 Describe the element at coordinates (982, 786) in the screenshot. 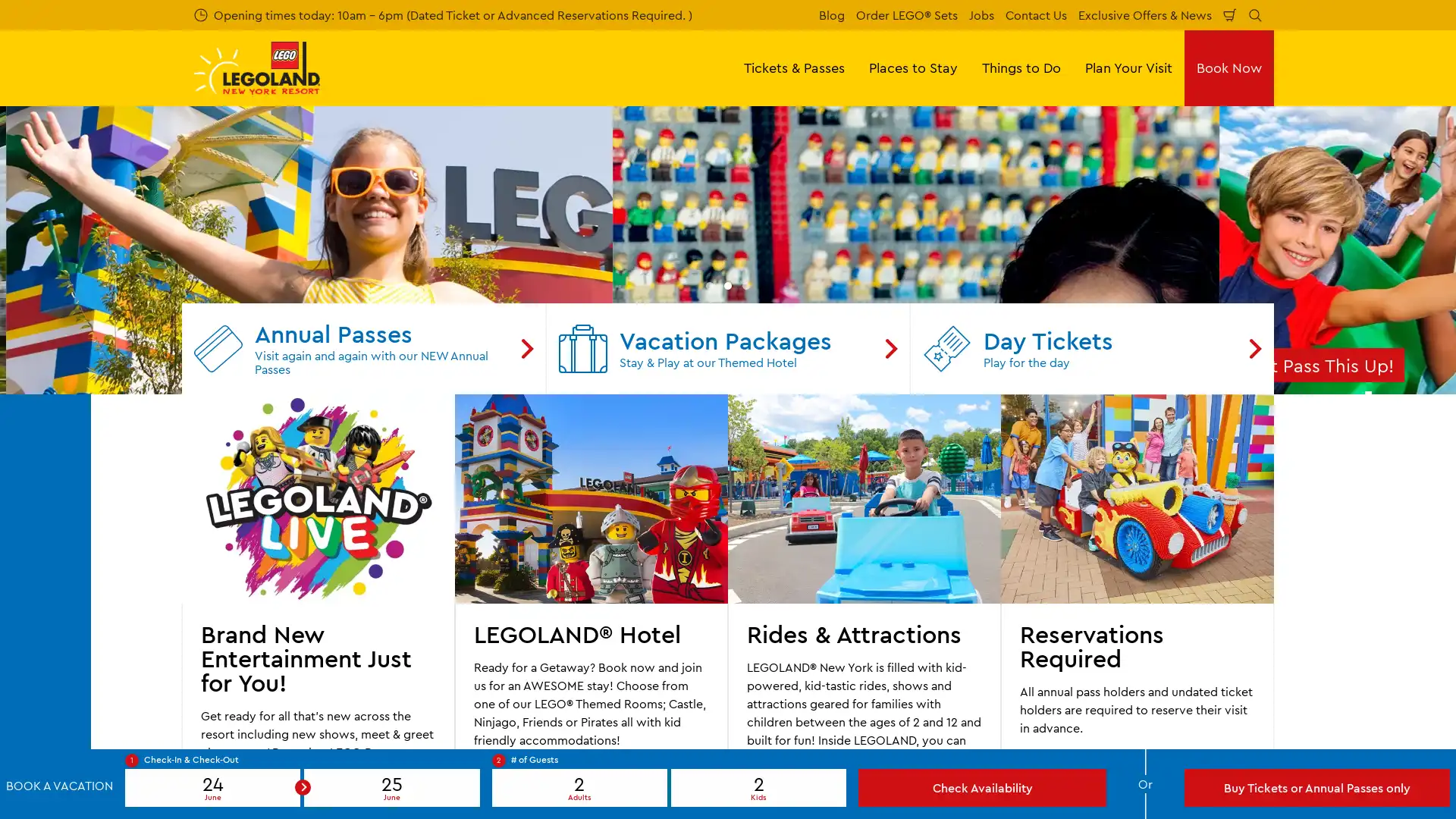

I see `Check Availability` at that location.